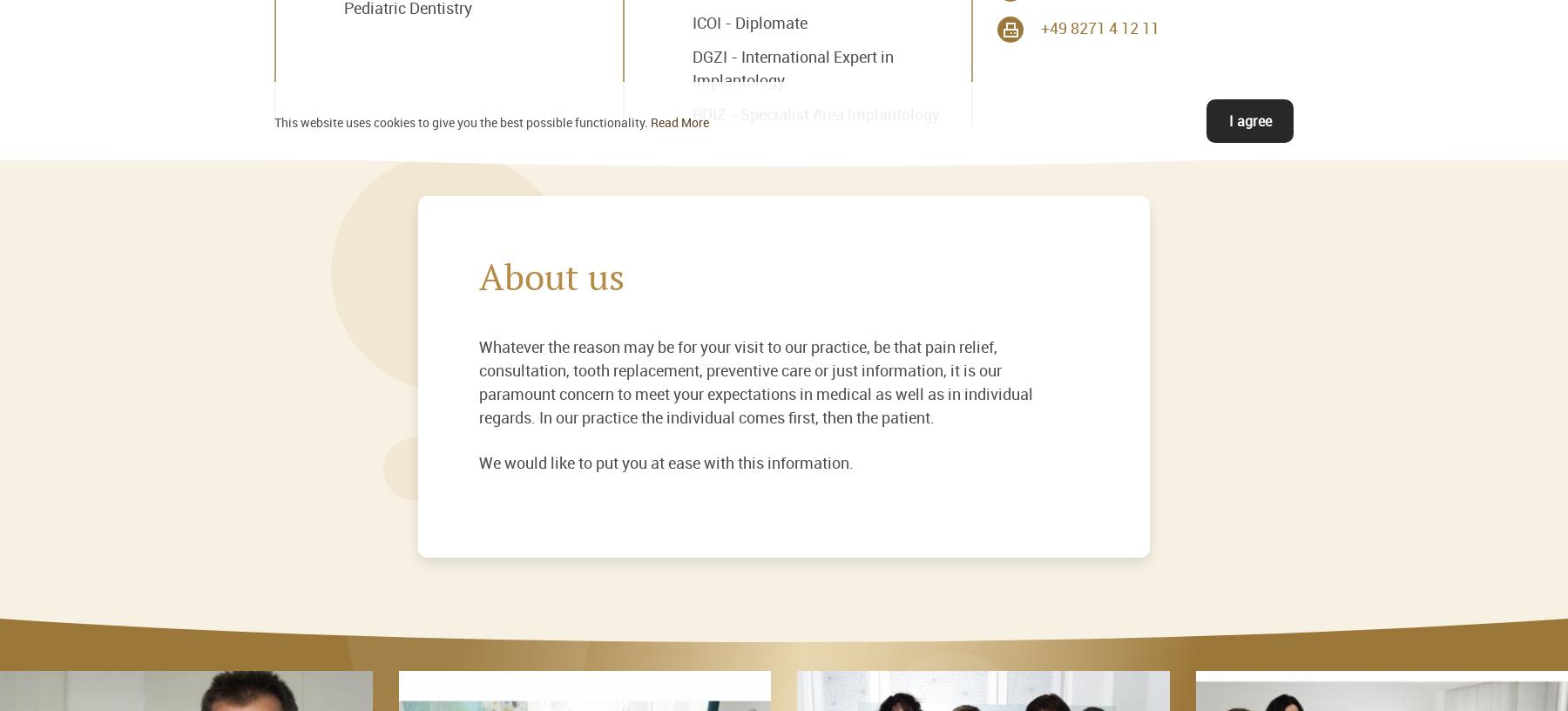 The width and height of the screenshot is (1568, 711). I want to click on 'Read More', so click(679, 122).